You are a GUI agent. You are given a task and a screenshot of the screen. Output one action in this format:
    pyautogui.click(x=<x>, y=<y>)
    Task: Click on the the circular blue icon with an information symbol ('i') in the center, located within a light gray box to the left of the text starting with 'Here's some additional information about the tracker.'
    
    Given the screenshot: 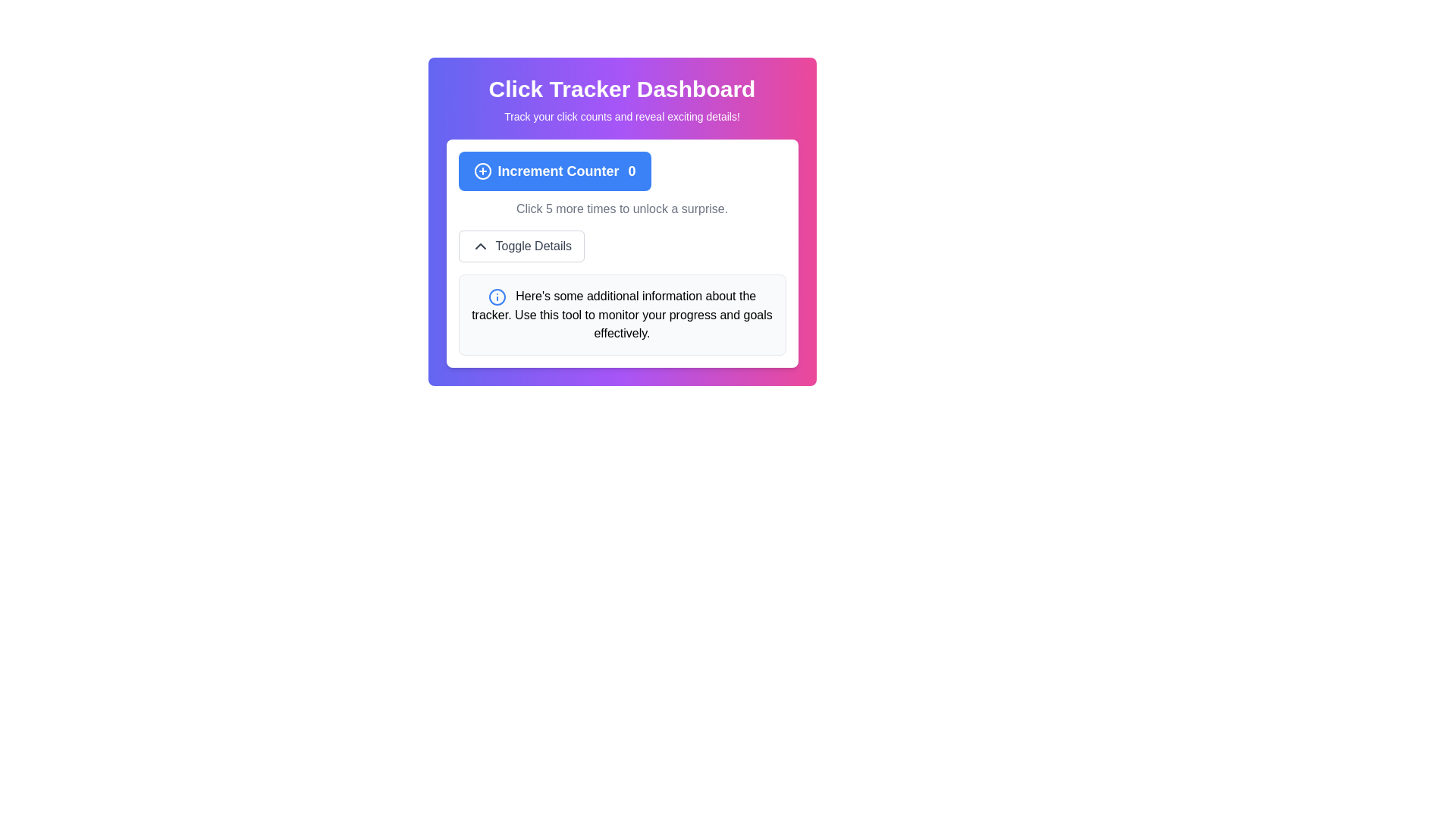 What is the action you would take?
    pyautogui.click(x=497, y=297)
    